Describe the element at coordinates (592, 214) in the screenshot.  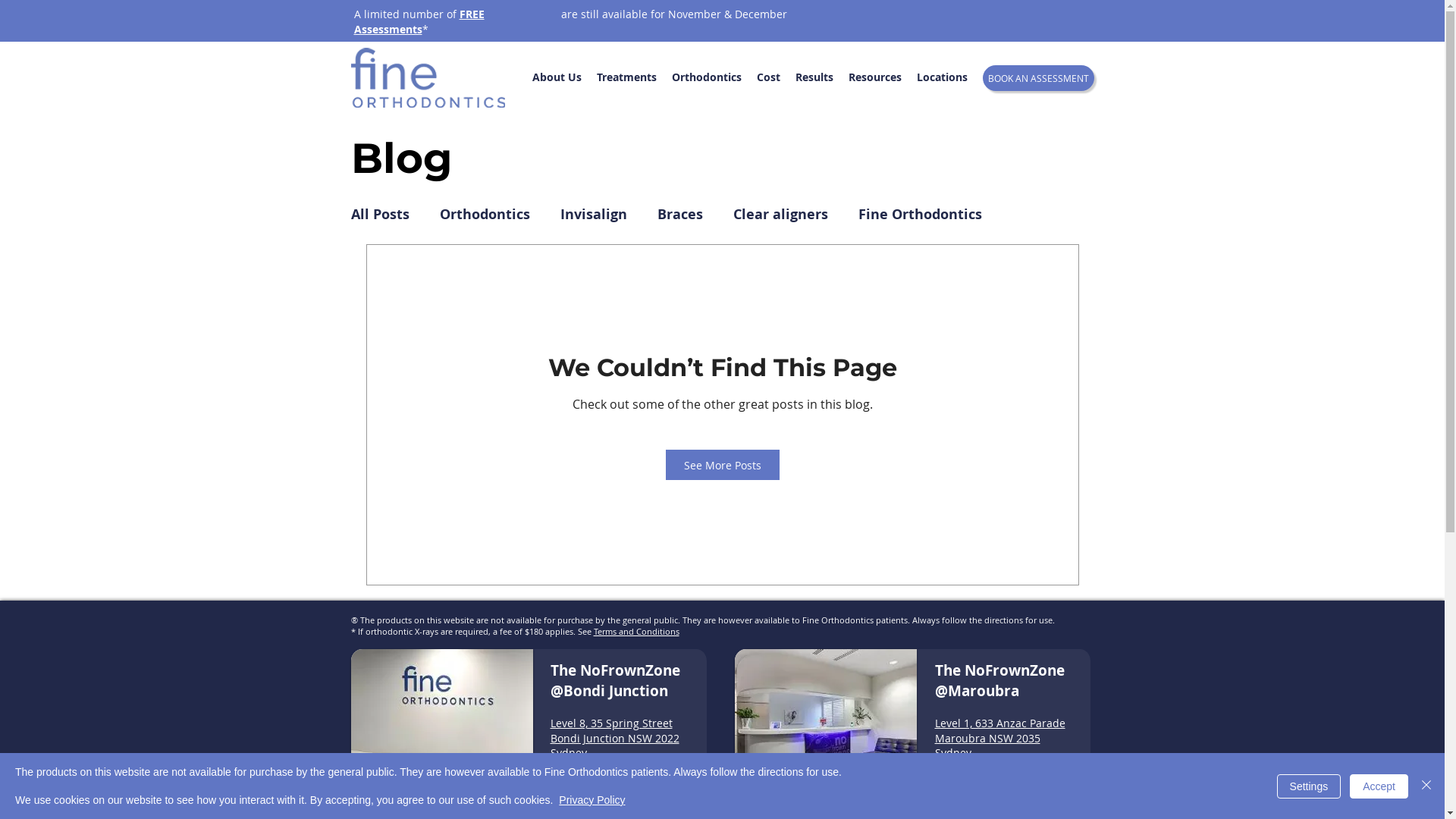
I see `'Invisalign'` at that location.